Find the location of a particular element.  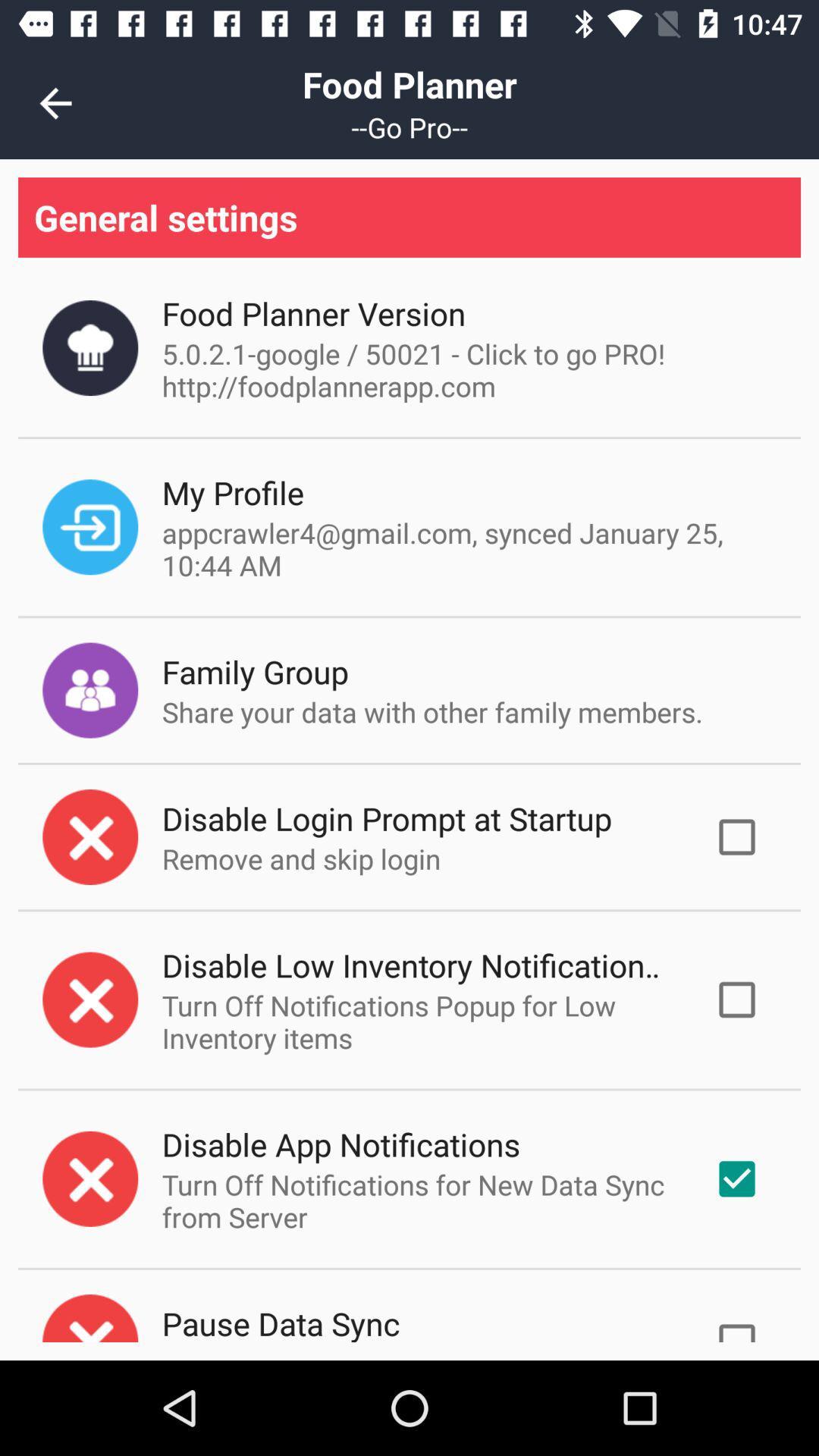

general settings item is located at coordinates (409, 216).